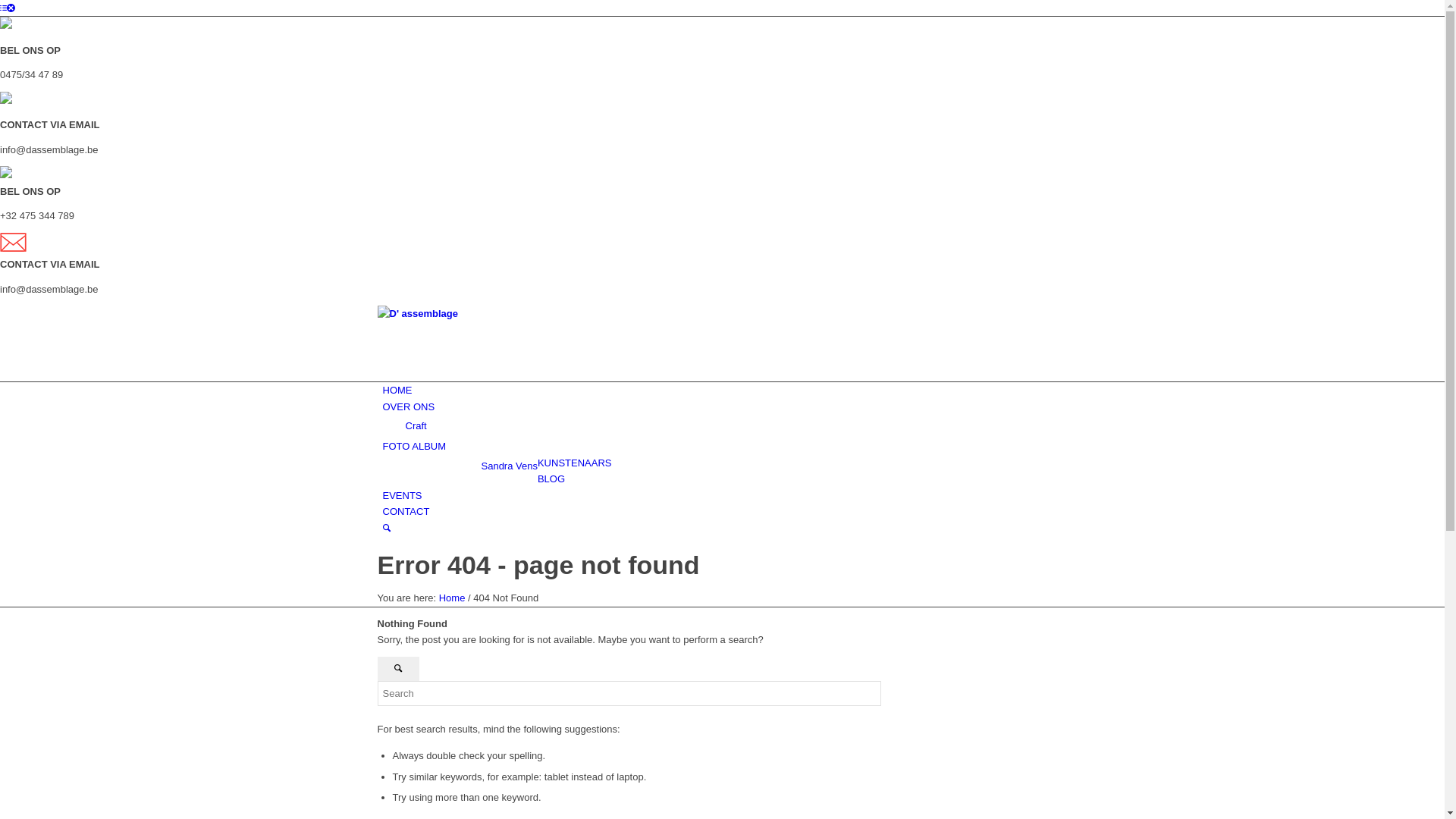 The width and height of the screenshot is (1456, 819). Describe the element at coordinates (405, 511) in the screenshot. I see `'CONTACT'` at that location.